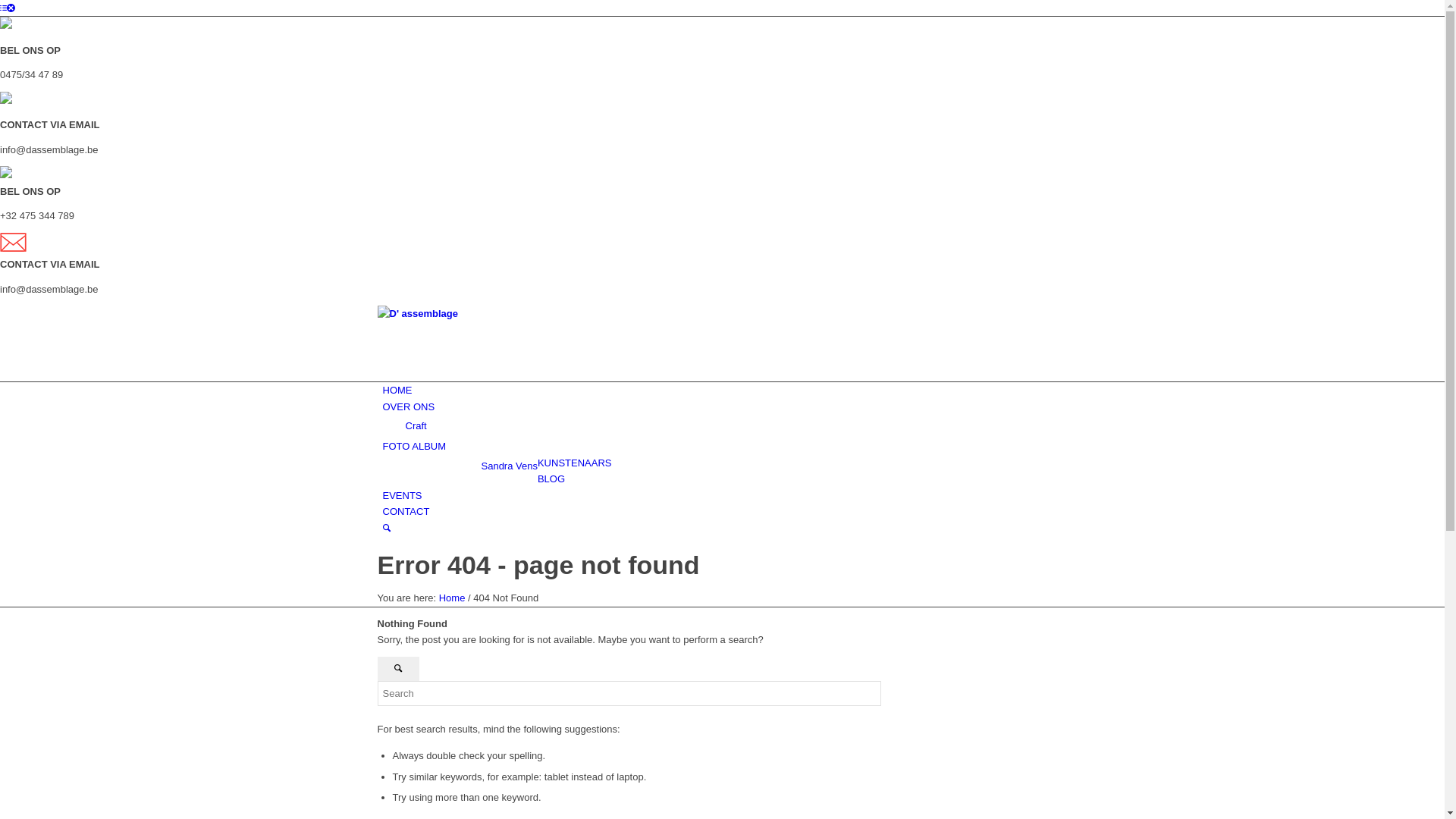 The width and height of the screenshot is (1456, 819). Describe the element at coordinates (405, 511) in the screenshot. I see `'CONTACT'` at that location.